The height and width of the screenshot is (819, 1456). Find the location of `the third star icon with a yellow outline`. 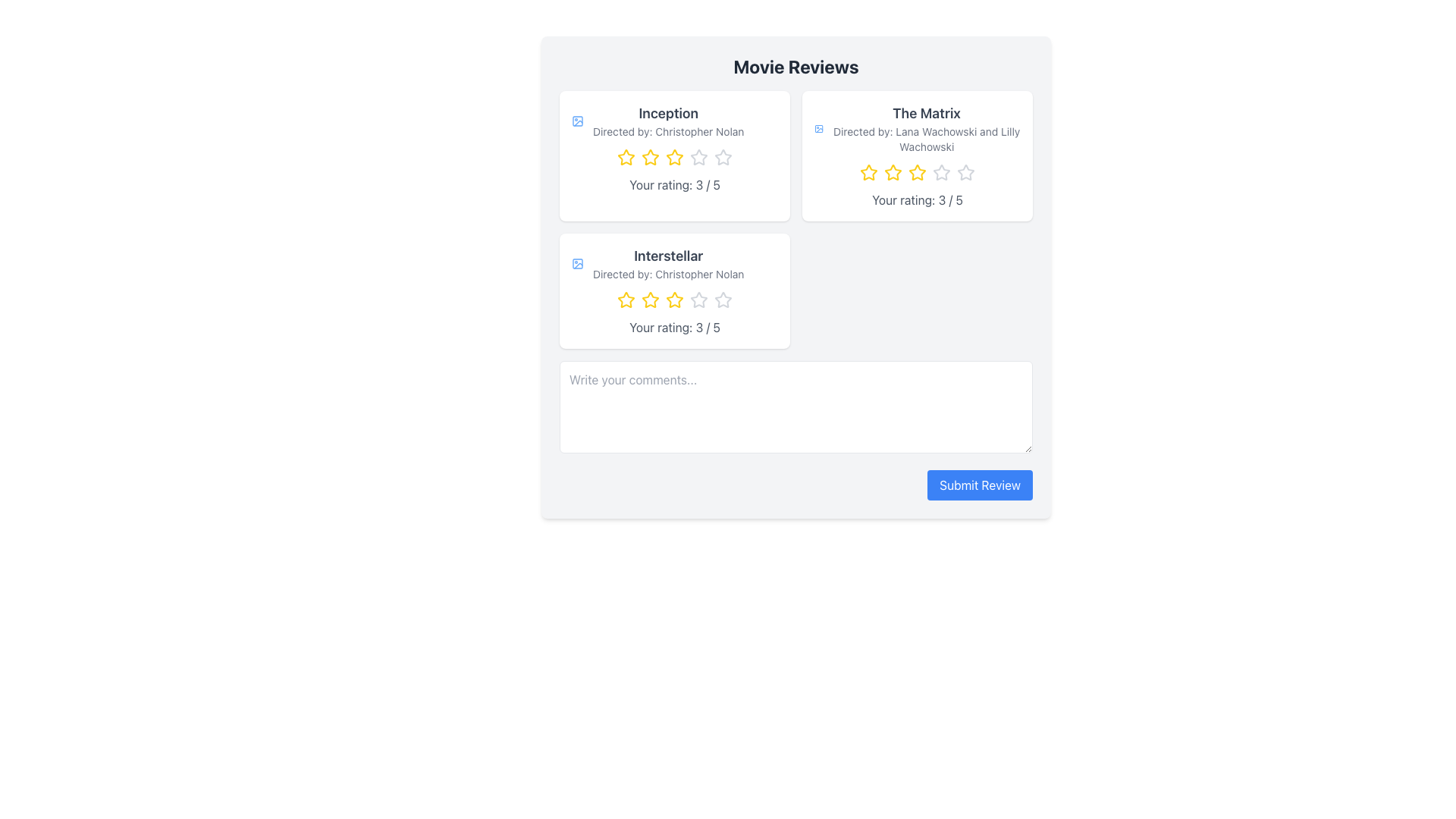

the third star icon with a yellow outline is located at coordinates (673, 158).